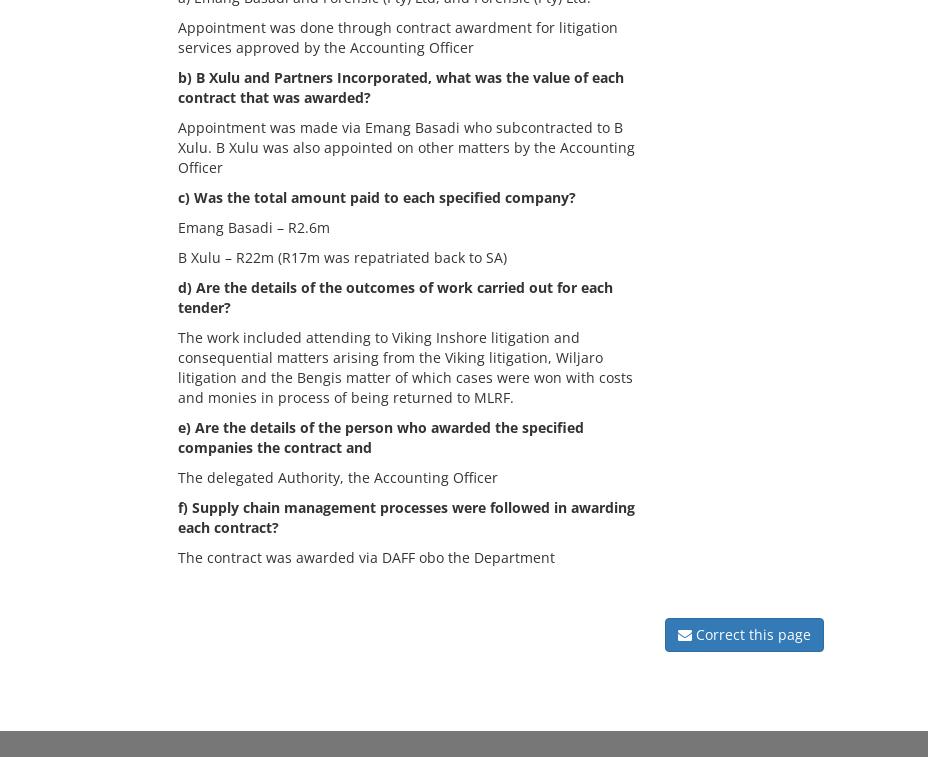 The image size is (928, 757). I want to click on 'd) Are the details of the outcomes of work carried out for each tender?', so click(395, 296).